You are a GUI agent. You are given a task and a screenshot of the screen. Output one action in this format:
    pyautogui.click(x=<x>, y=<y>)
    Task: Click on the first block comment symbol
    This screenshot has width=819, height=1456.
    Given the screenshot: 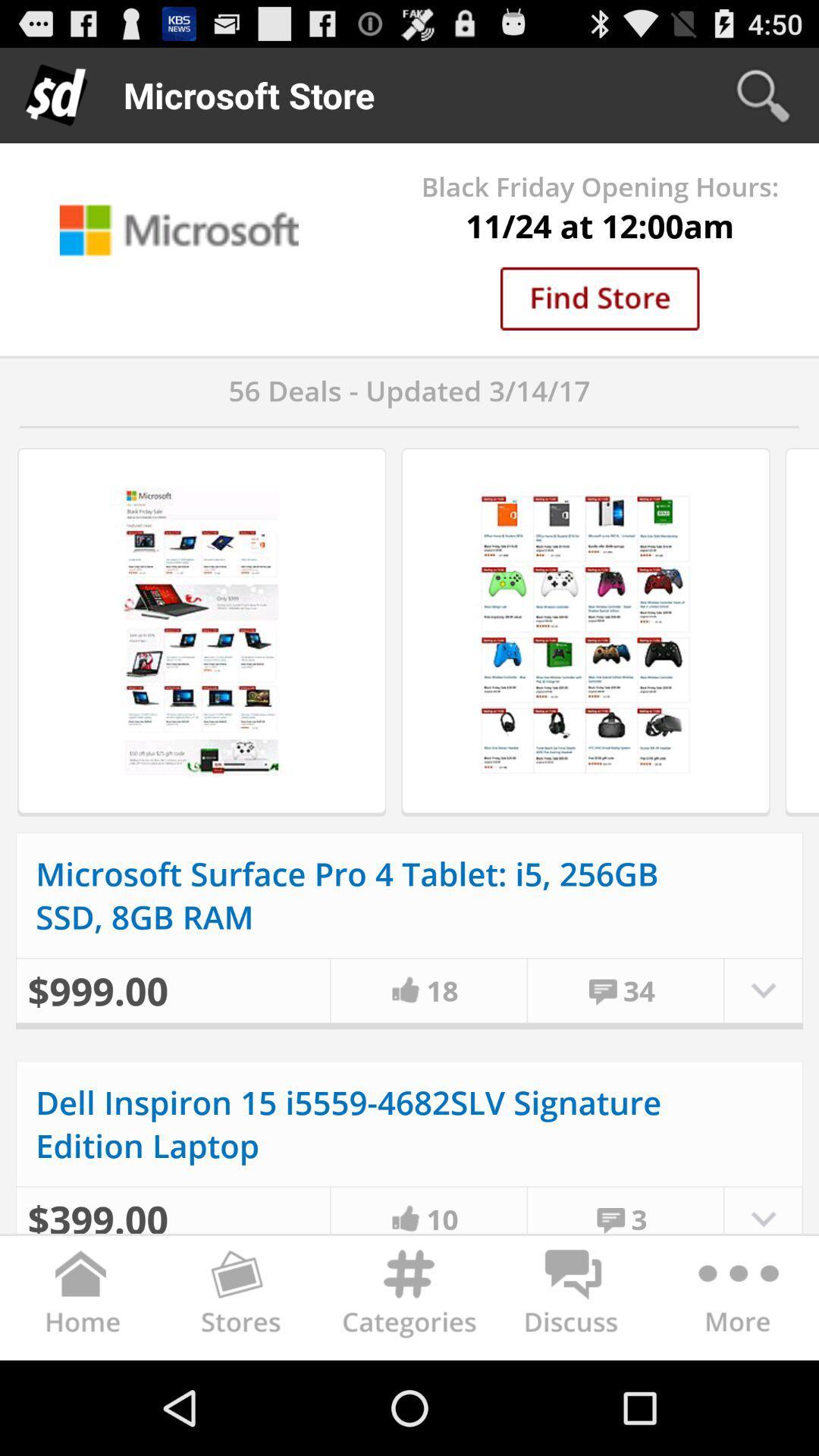 What is the action you would take?
    pyautogui.click(x=602, y=990)
    